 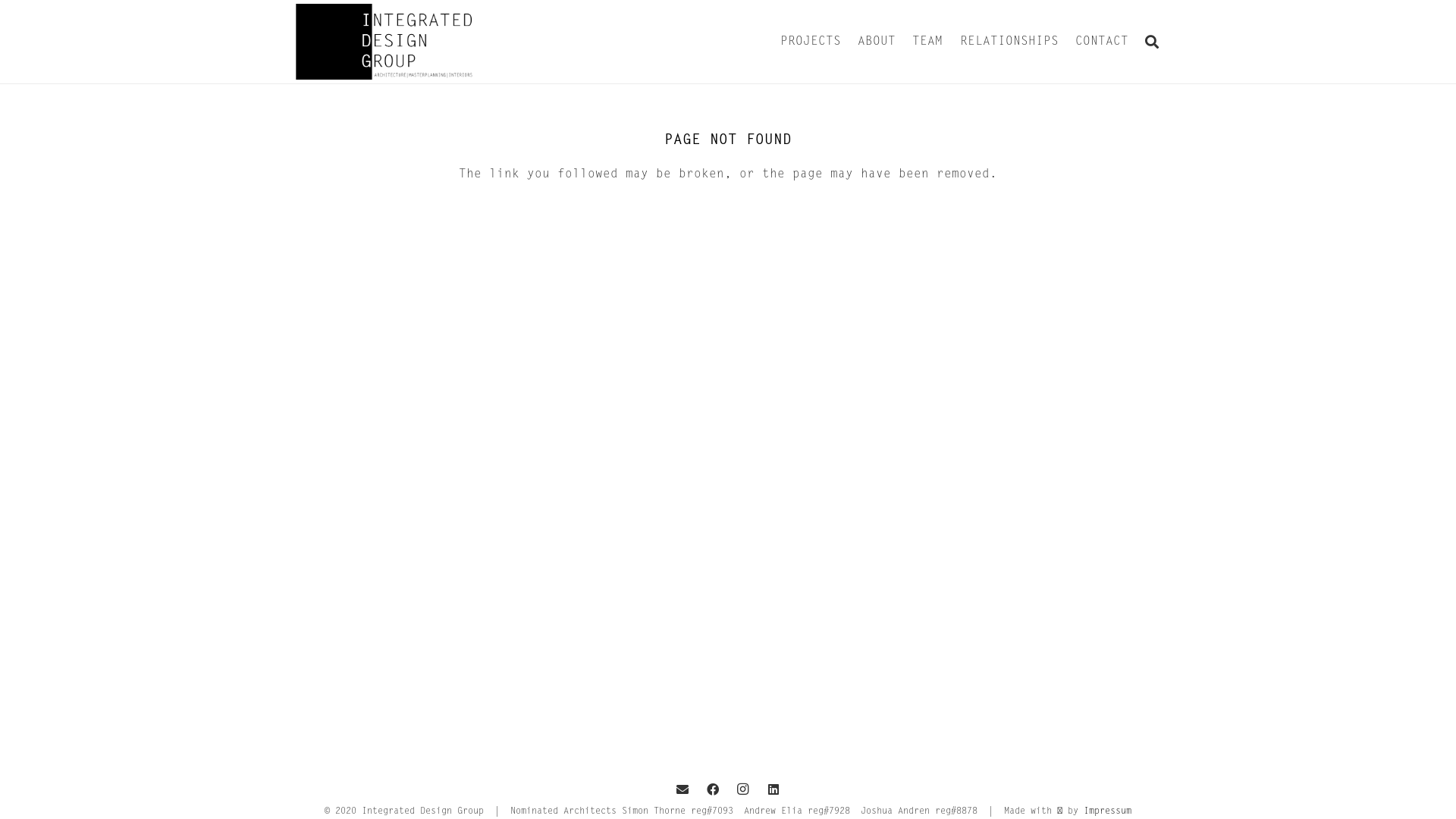 What do you see at coordinates (1065, 40) in the screenshot?
I see `'CONTACT'` at bounding box center [1065, 40].